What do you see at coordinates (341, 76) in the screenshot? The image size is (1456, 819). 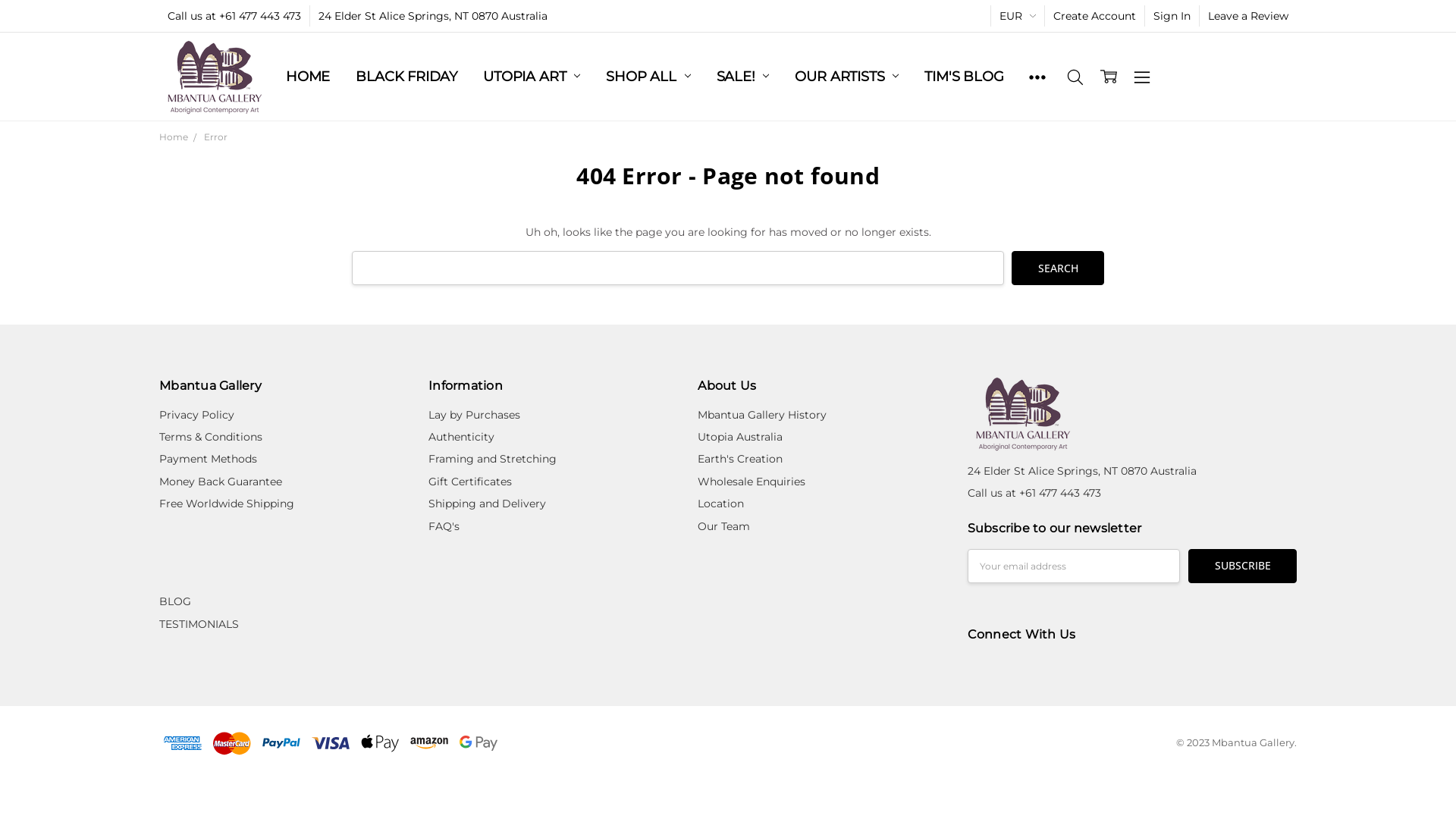 I see `'BLACK FRIDAY'` at bounding box center [341, 76].